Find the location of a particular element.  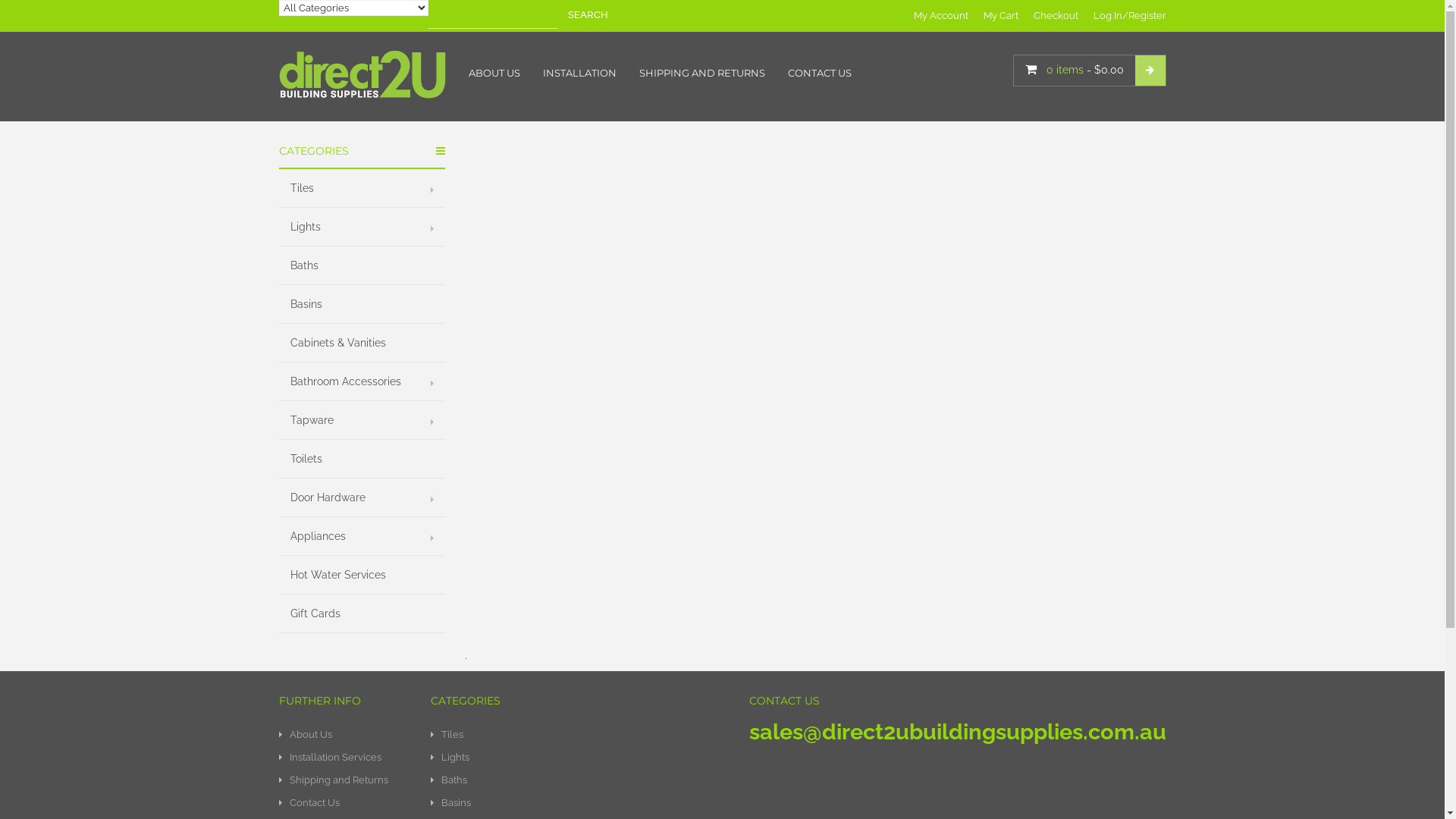

'ABOUT US' is located at coordinates (494, 73).